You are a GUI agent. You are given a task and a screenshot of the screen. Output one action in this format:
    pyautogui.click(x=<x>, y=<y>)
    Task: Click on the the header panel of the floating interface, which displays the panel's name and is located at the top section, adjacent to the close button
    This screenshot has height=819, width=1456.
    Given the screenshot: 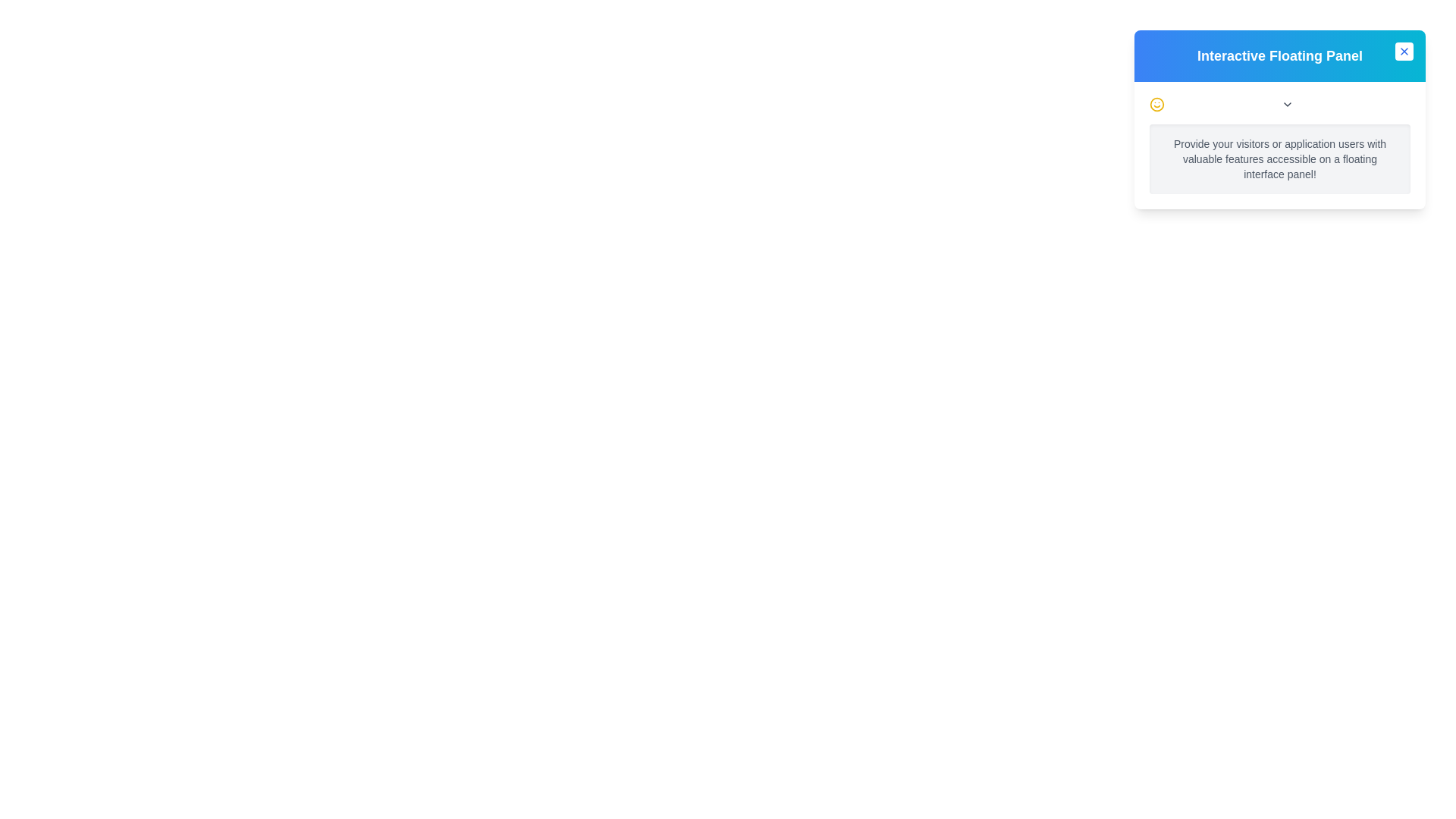 What is the action you would take?
    pyautogui.click(x=1279, y=55)
    